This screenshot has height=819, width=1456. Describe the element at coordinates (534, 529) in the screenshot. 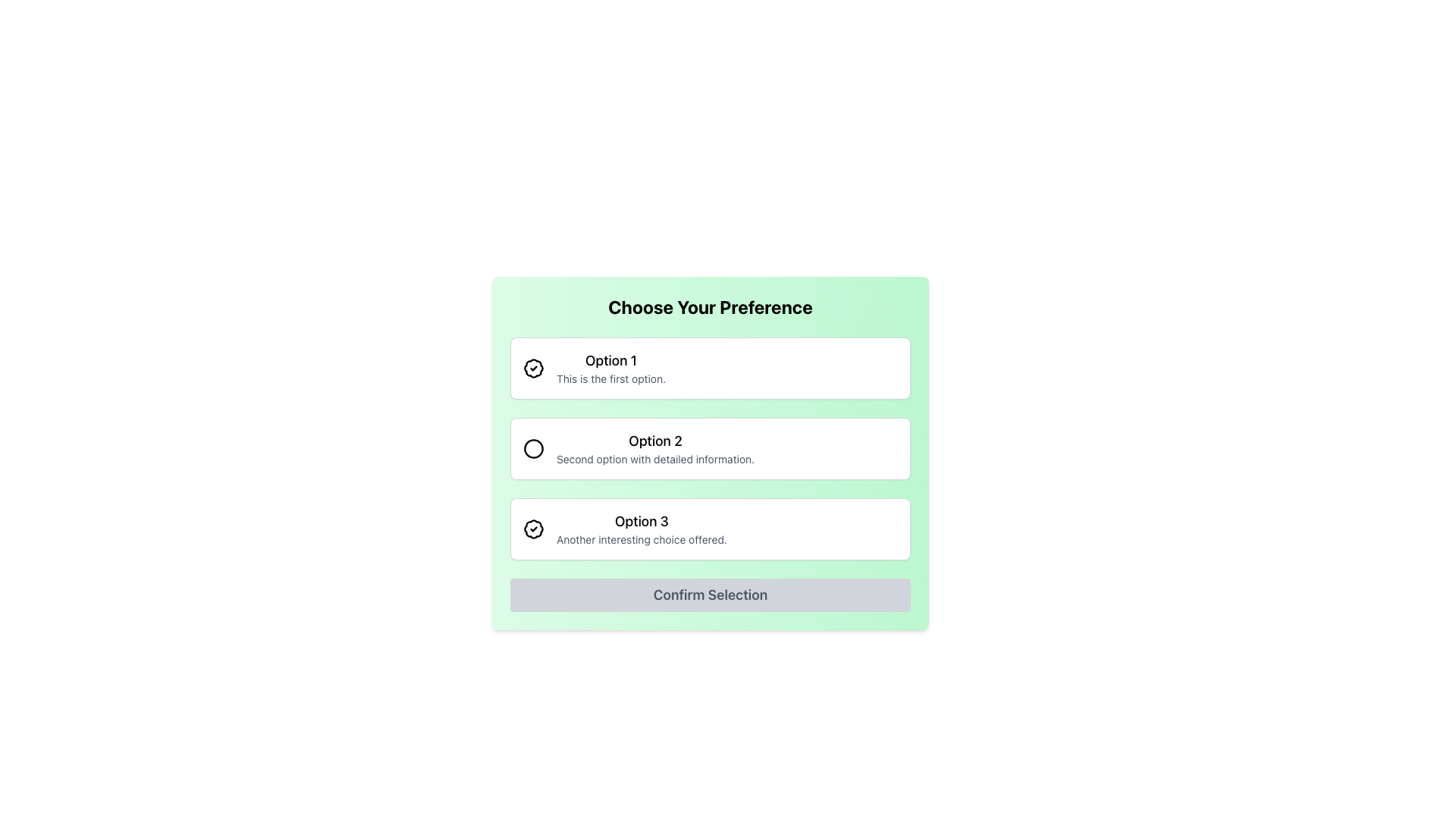

I see `the decorative icon for the third option in the list, which is positioned to the left of 'Option 3'` at that location.